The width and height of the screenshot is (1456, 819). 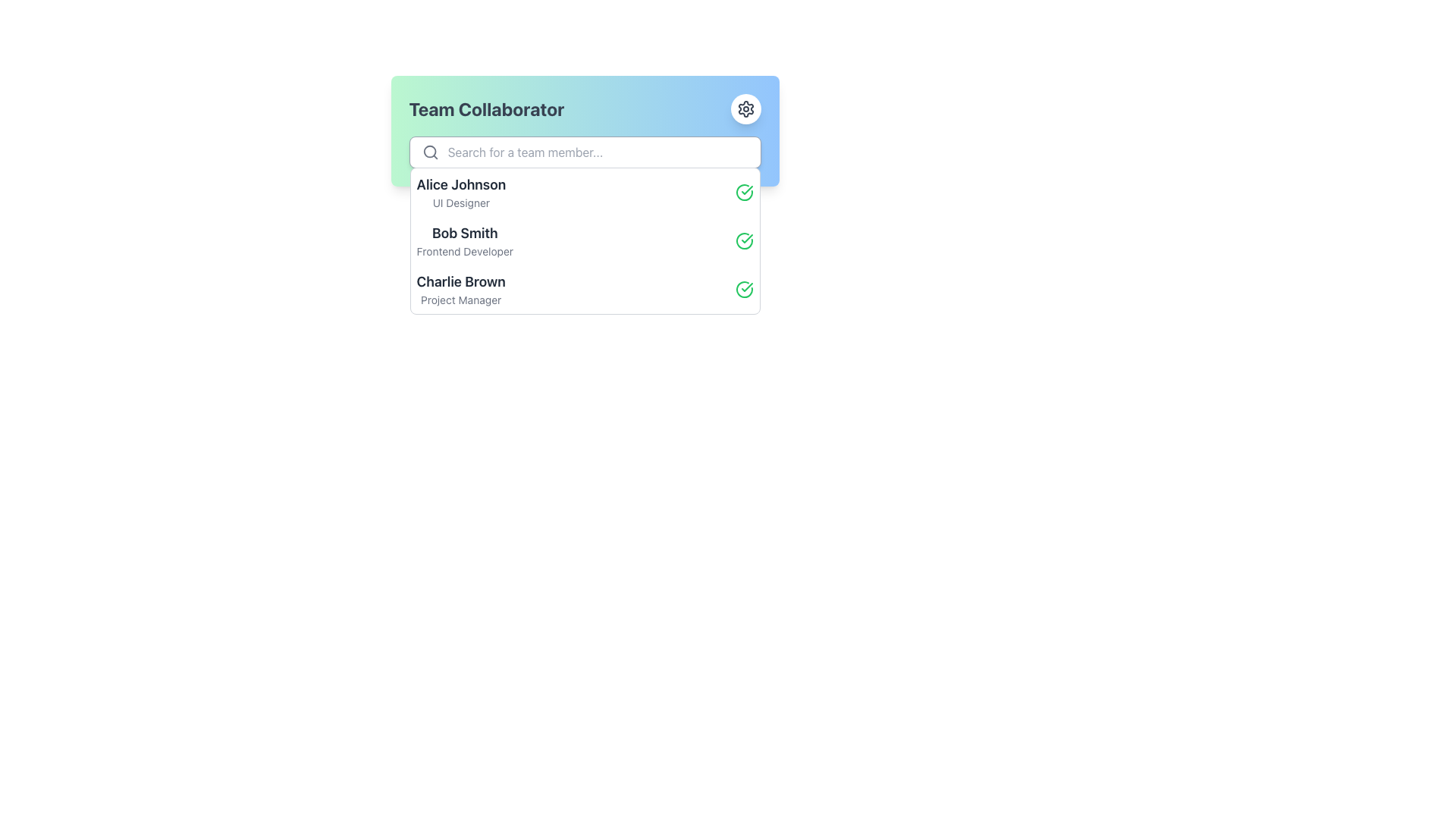 I want to click on the text input field for searching team members, located at the top-center section of the 'Team Collaborator' panel, so click(x=584, y=152).